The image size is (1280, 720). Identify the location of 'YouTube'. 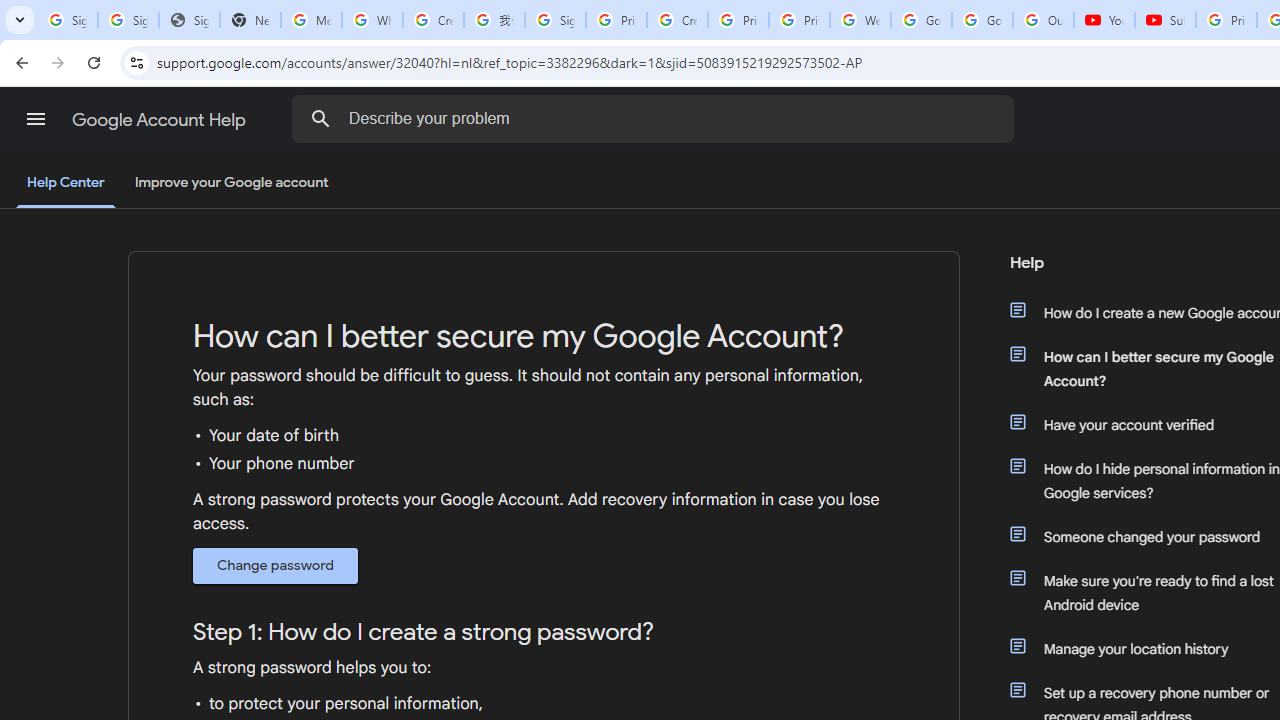
(1103, 20).